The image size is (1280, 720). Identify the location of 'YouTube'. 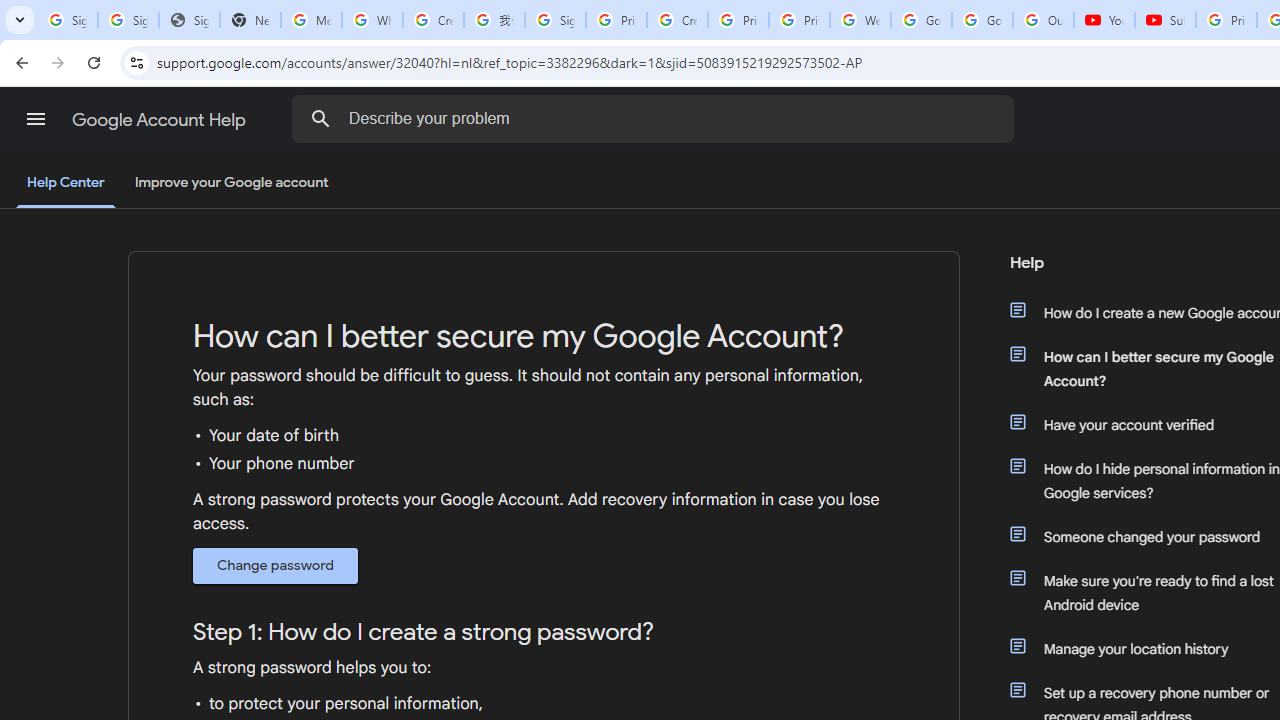
(1103, 20).